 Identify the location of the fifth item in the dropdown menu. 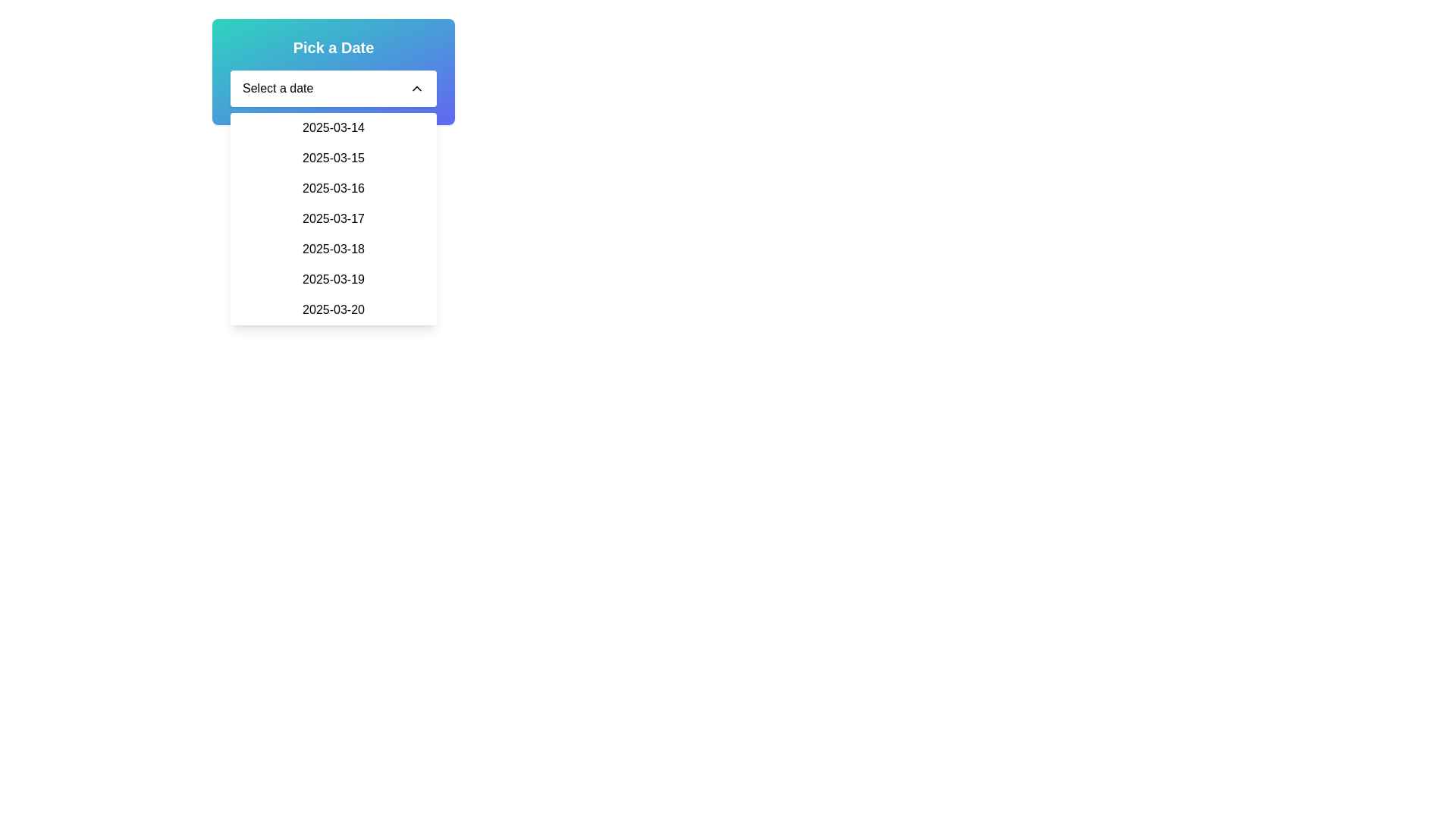
(333, 248).